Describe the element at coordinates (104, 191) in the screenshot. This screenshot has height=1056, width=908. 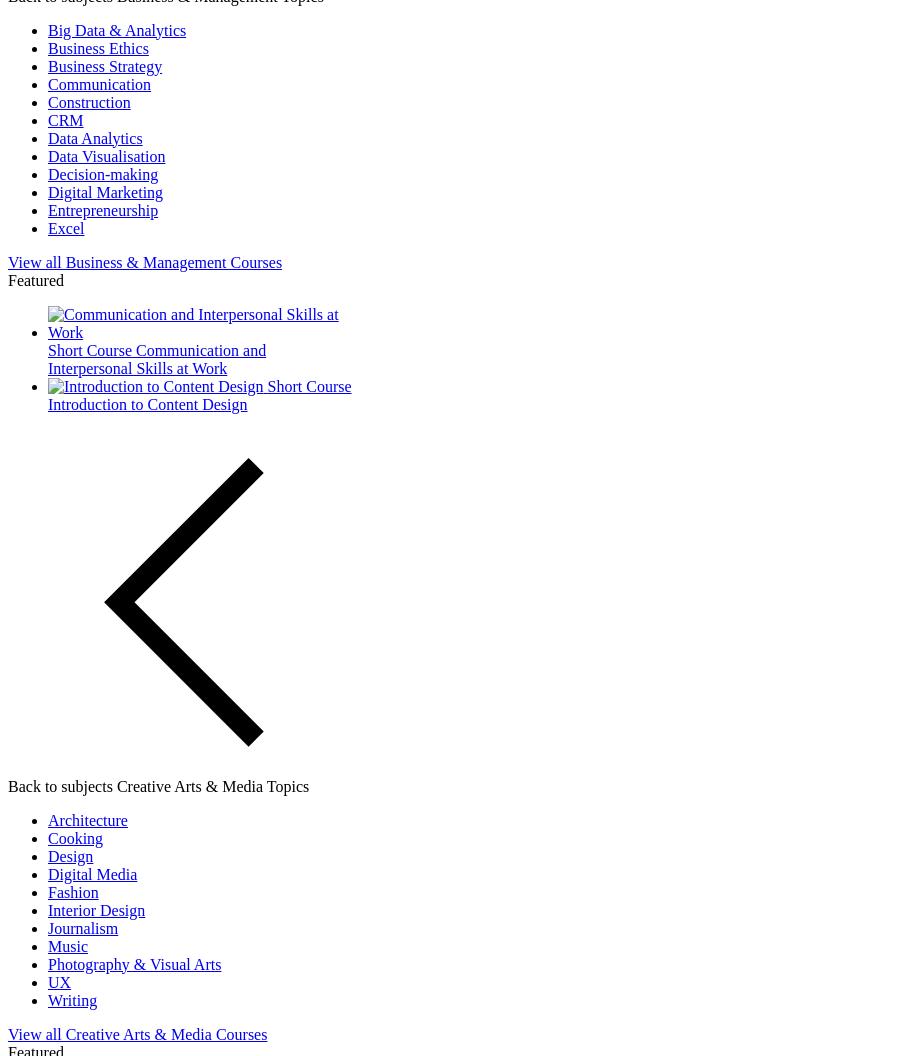
I see `'Digital Marketing'` at that location.